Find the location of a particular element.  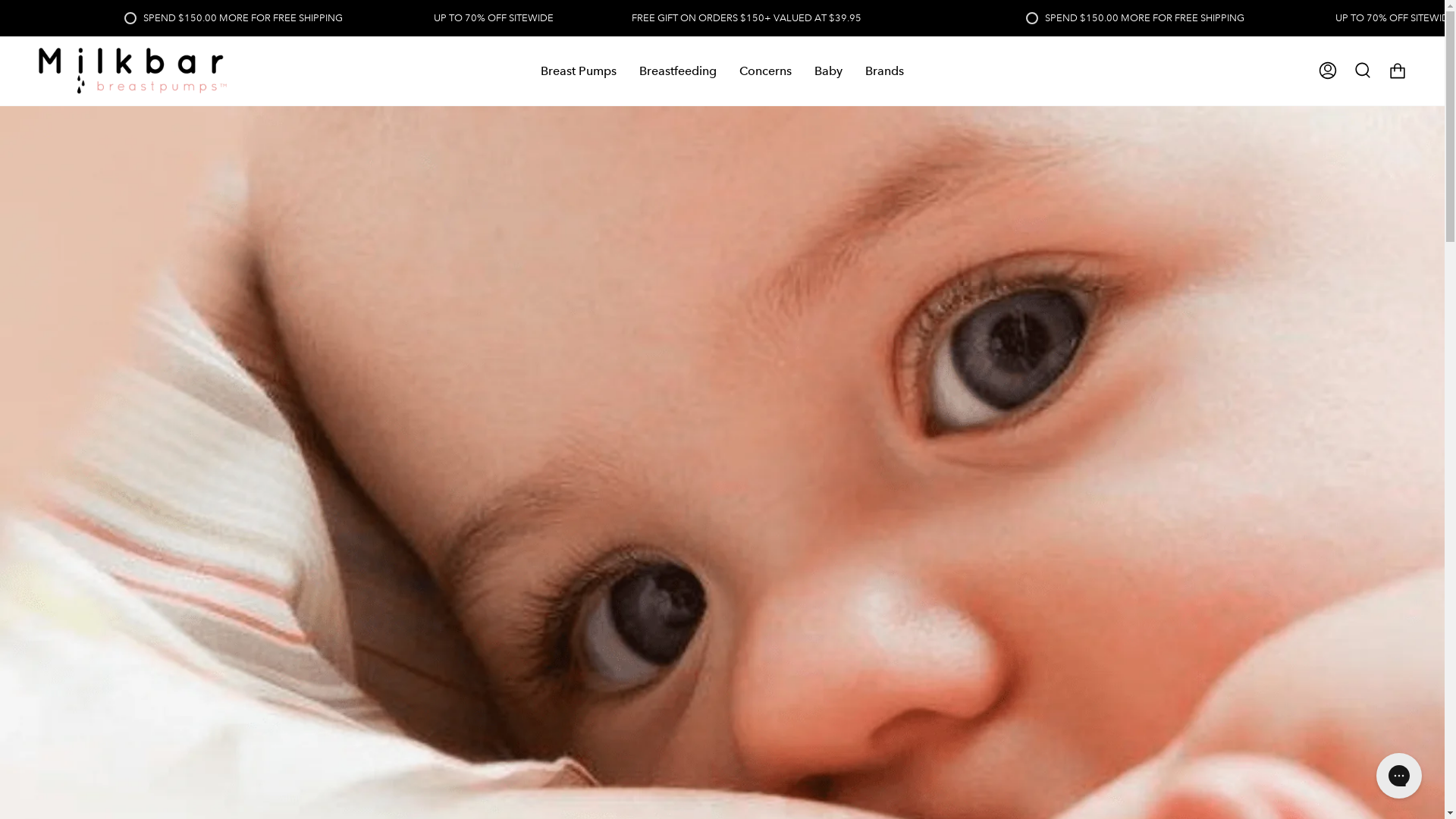

'Baby' is located at coordinates (827, 71).